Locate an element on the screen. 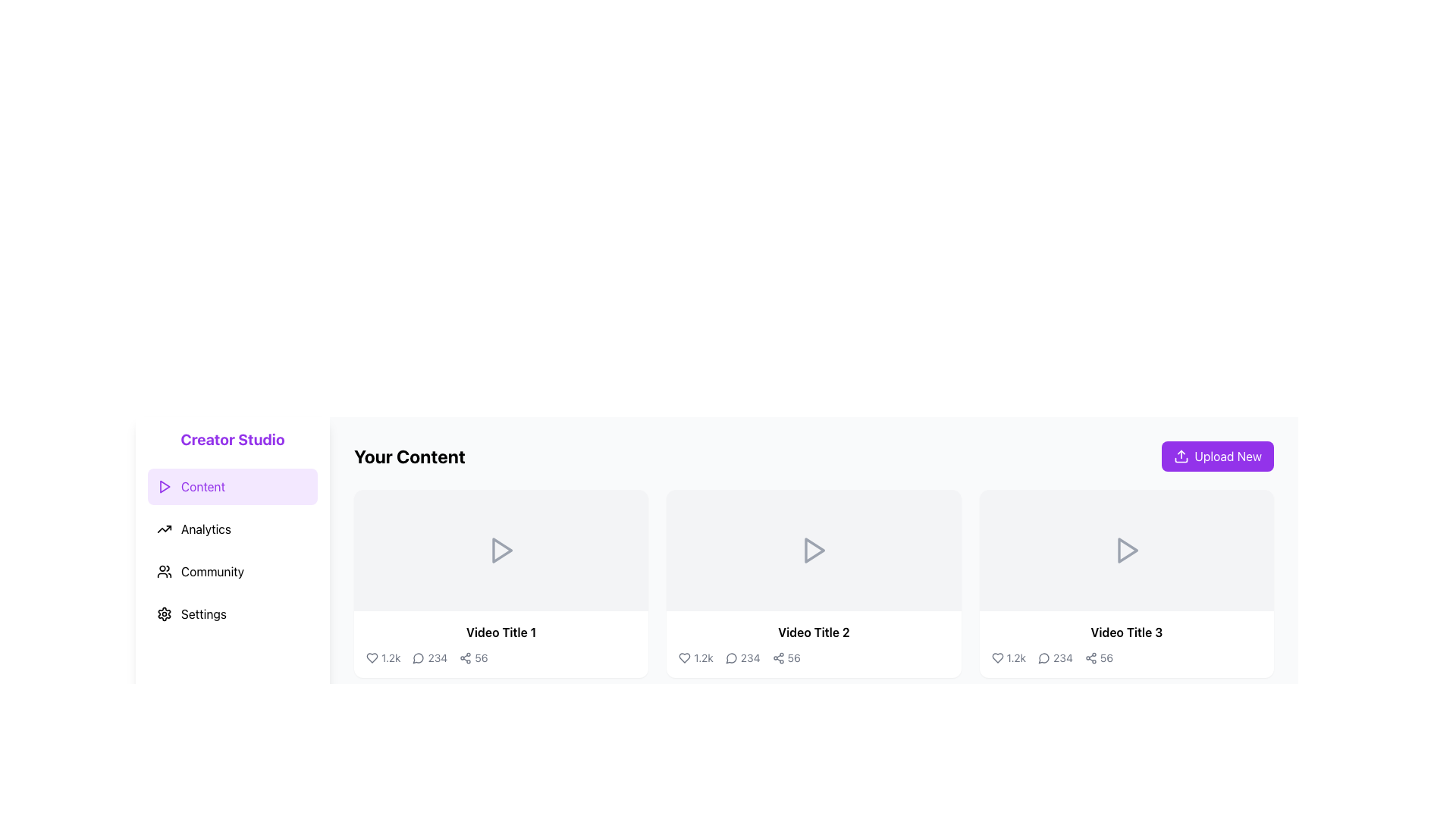 The image size is (1456, 819). the gray rectangular button with a centered triangular play icon, which is the second video preview panel labeled 'Video Title 2' is located at coordinates (813, 550).